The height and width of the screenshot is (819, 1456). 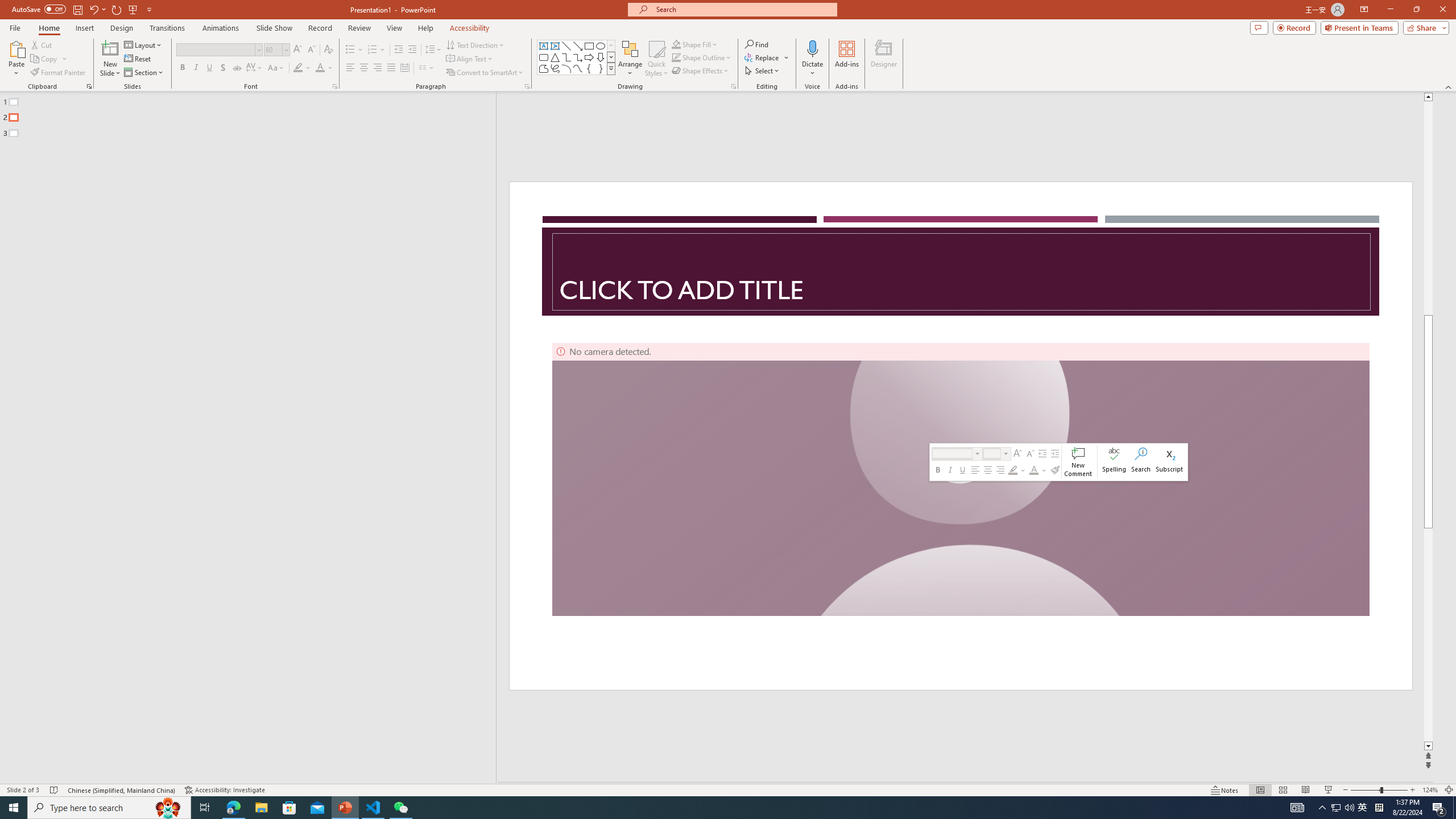 What do you see at coordinates (16, 59) in the screenshot?
I see `'Paste'` at bounding box center [16, 59].